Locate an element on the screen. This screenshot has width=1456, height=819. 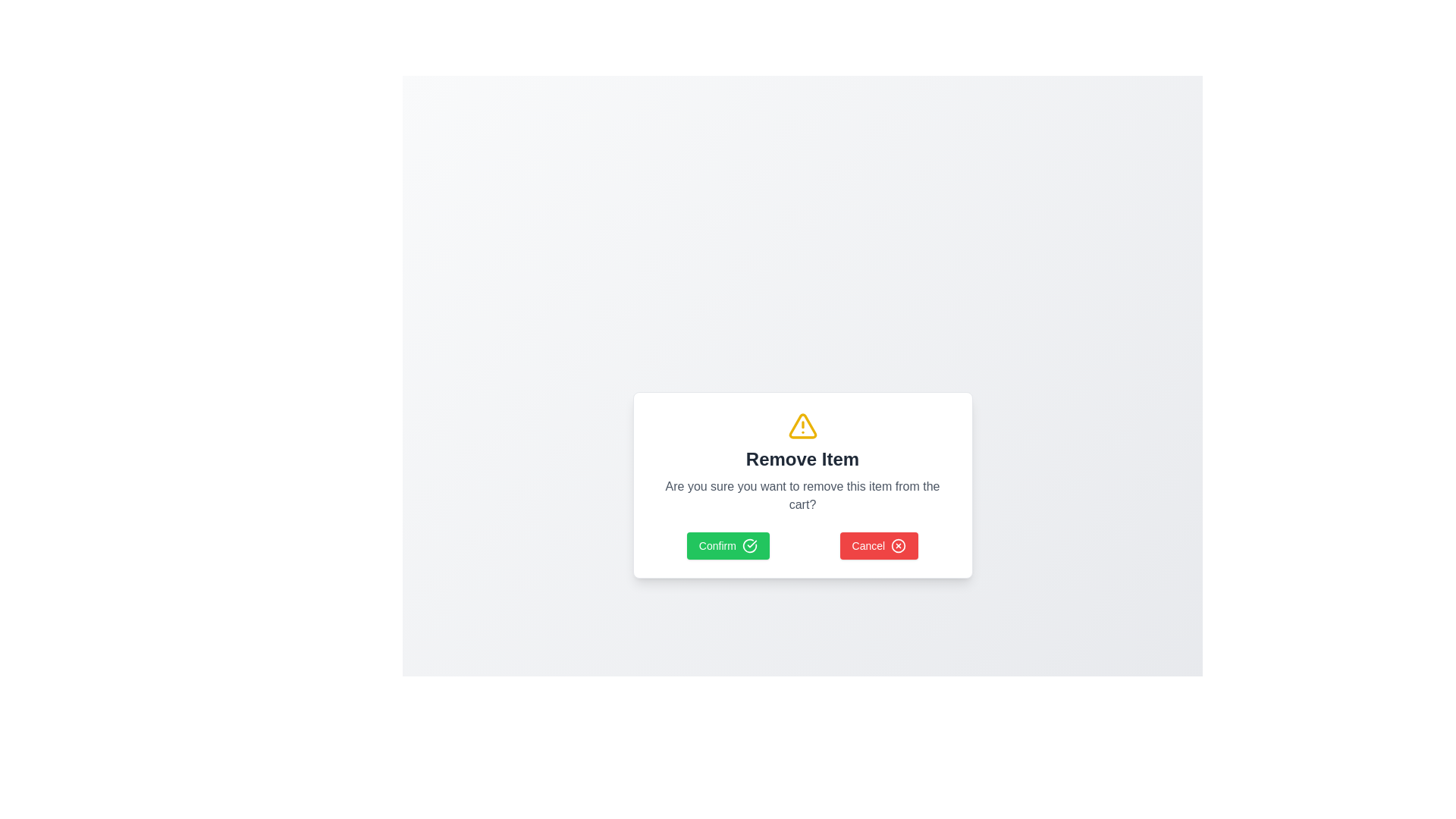
displayed message from the modal dialog that prompts for confirmation to remove an item from the cart is located at coordinates (802, 485).